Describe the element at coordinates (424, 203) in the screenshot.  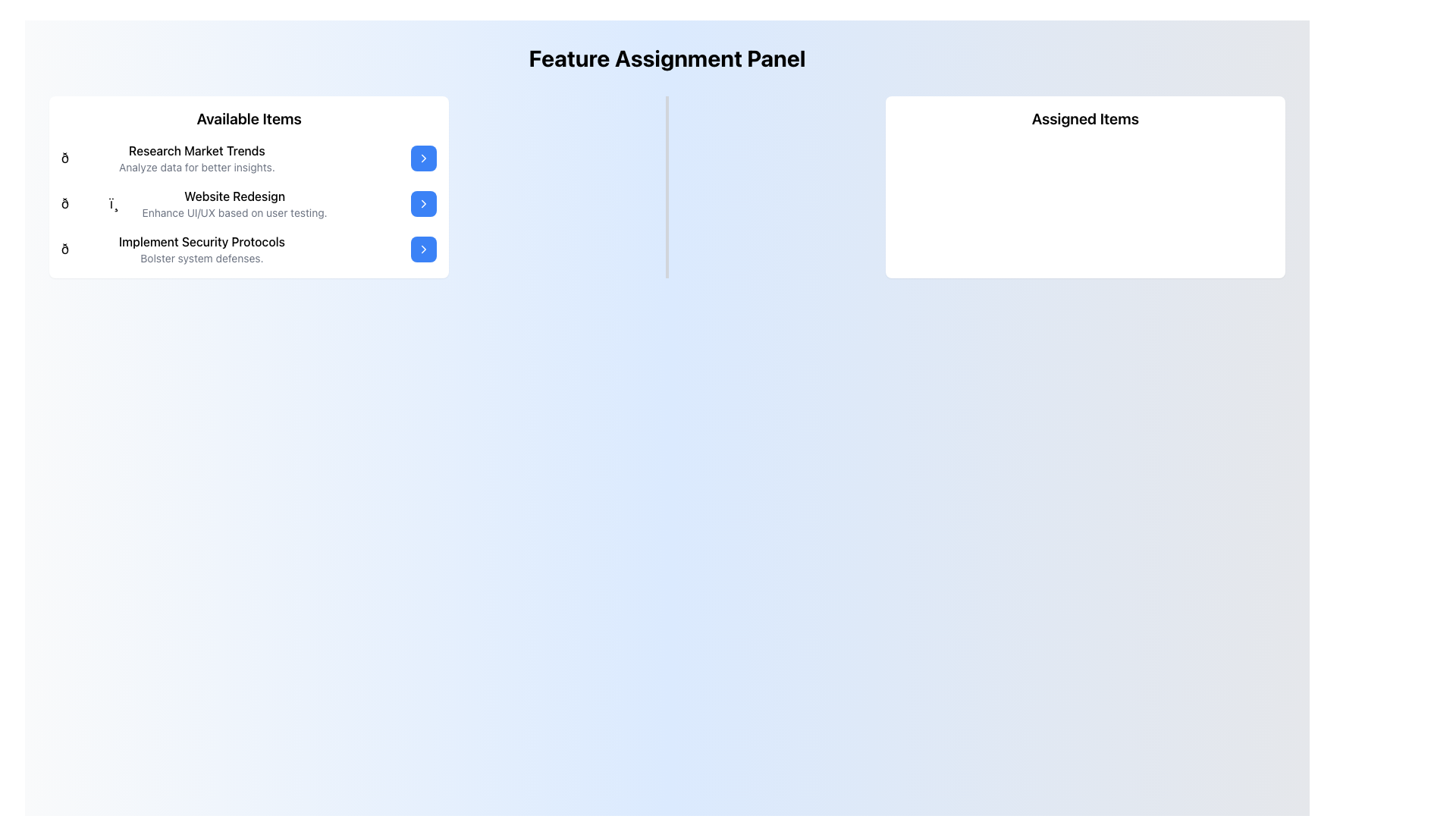
I see `the right-pointing chevron arrow icon within the blue-rounded button adjacent to the text 'Website Redesign'` at that location.